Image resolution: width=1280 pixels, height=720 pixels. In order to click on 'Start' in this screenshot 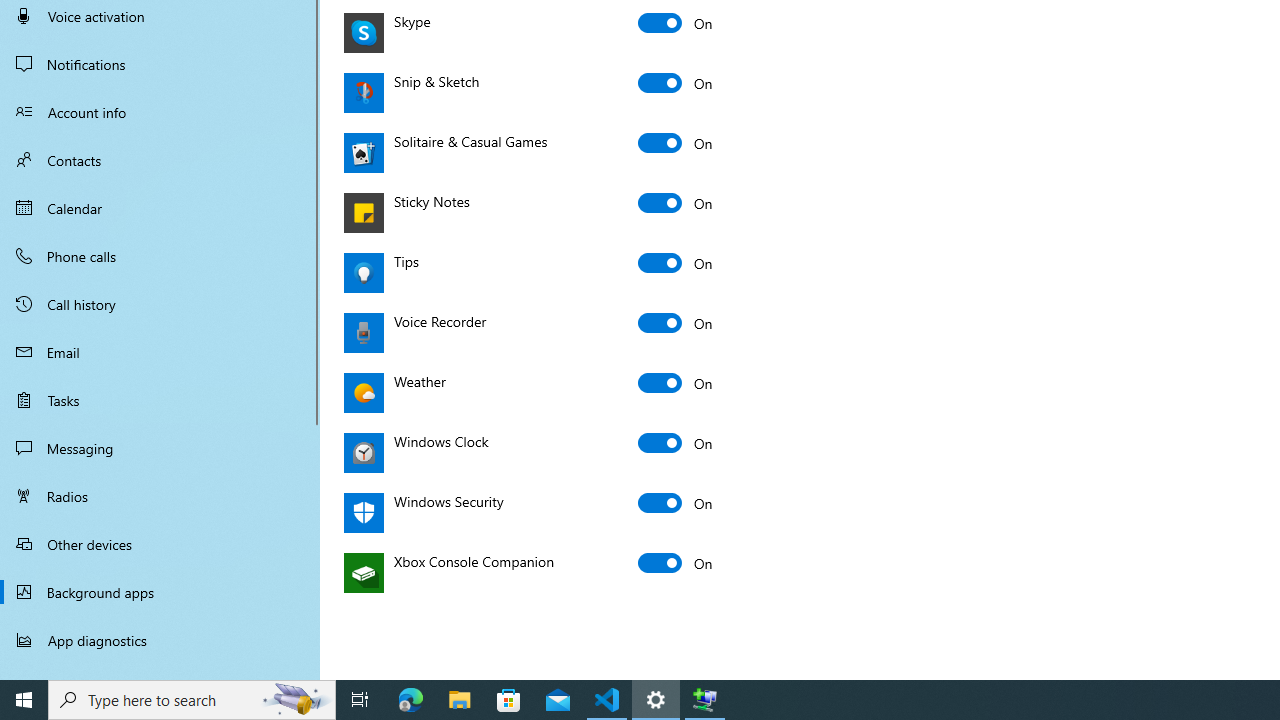, I will do `click(24, 698)`.